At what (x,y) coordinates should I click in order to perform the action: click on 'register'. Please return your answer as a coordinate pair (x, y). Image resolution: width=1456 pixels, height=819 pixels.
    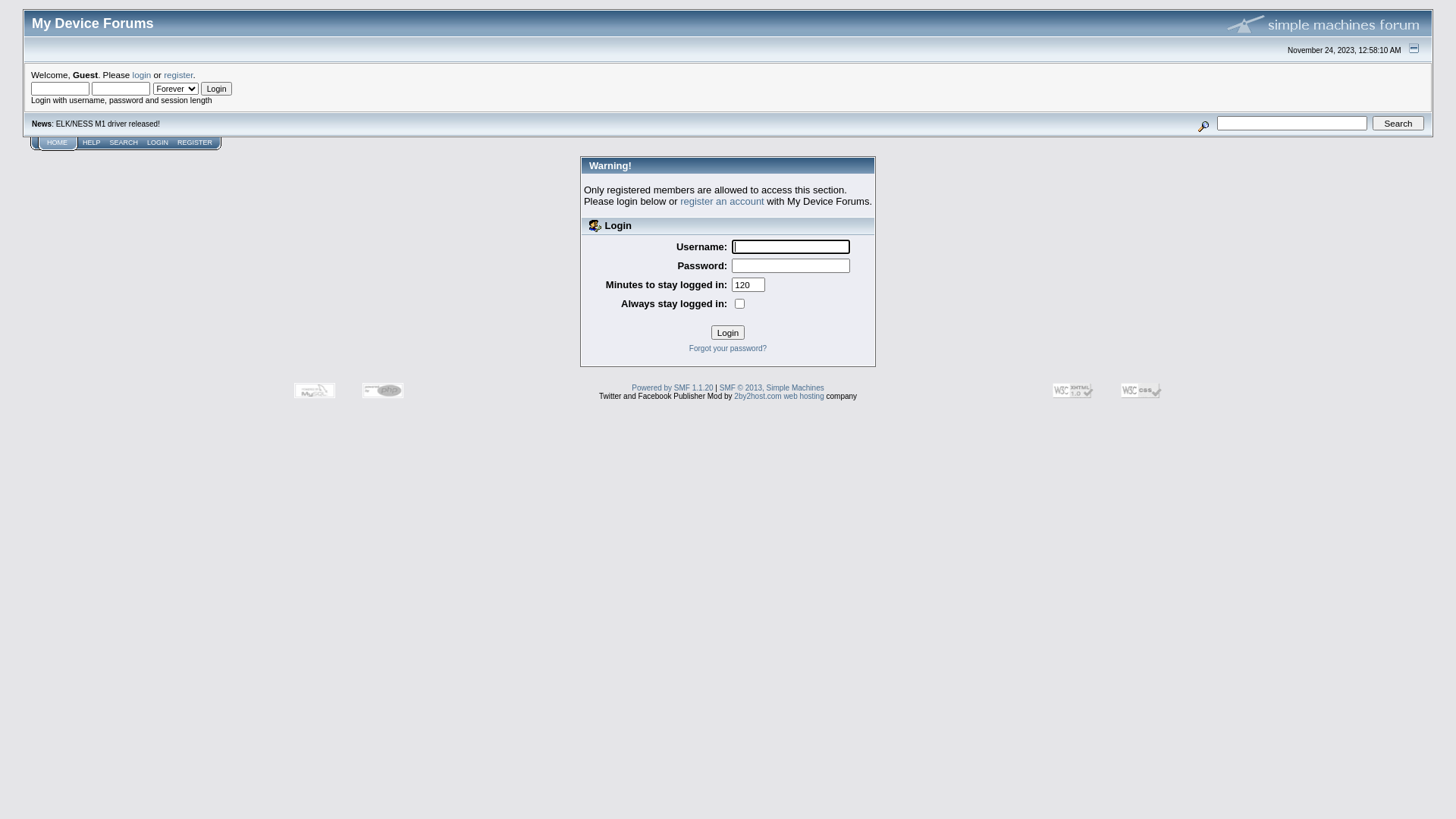
    Looking at the image, I should click on (178, 74).